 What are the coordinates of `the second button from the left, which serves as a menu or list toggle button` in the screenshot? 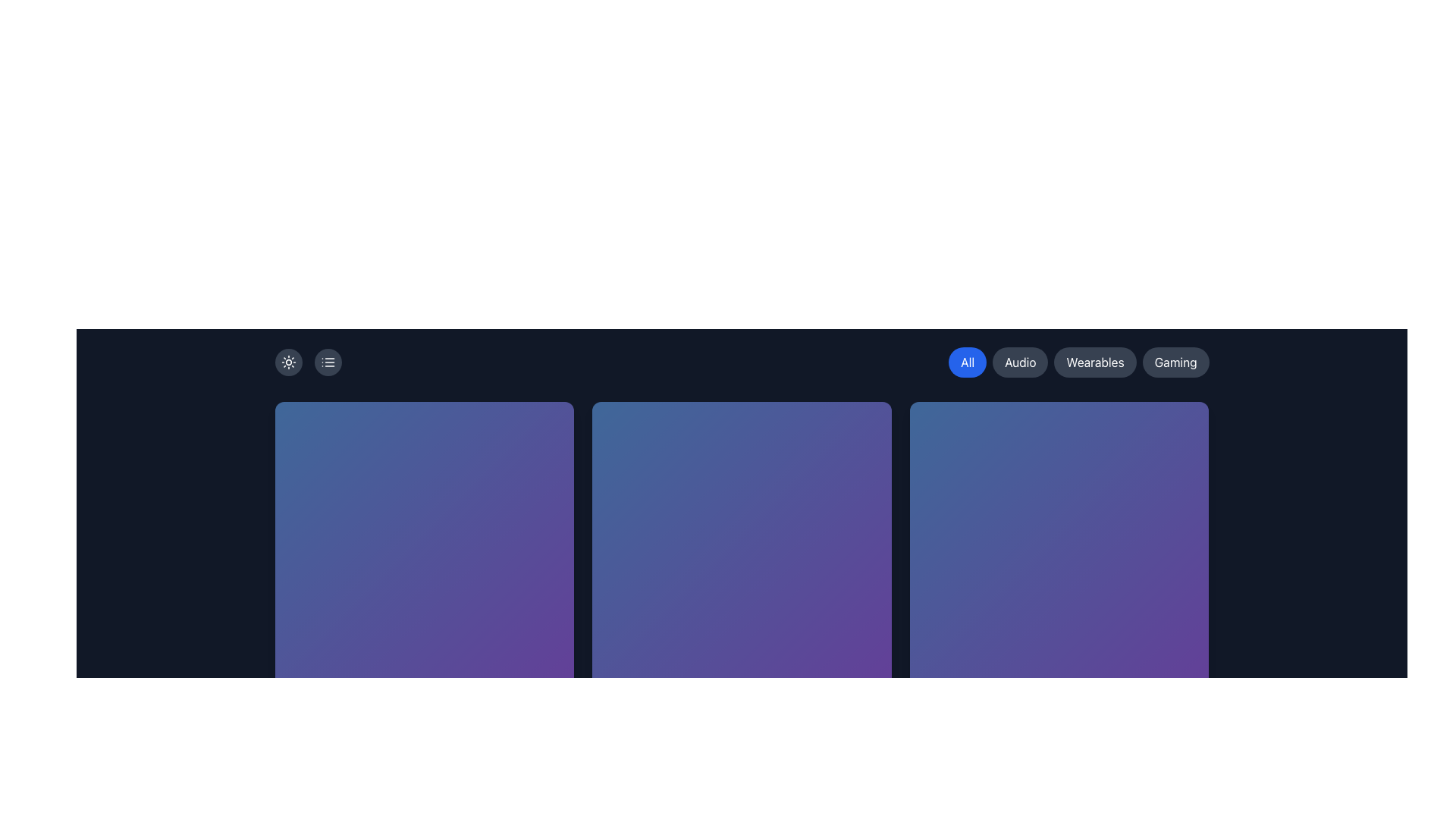 It's located at (327, 362).